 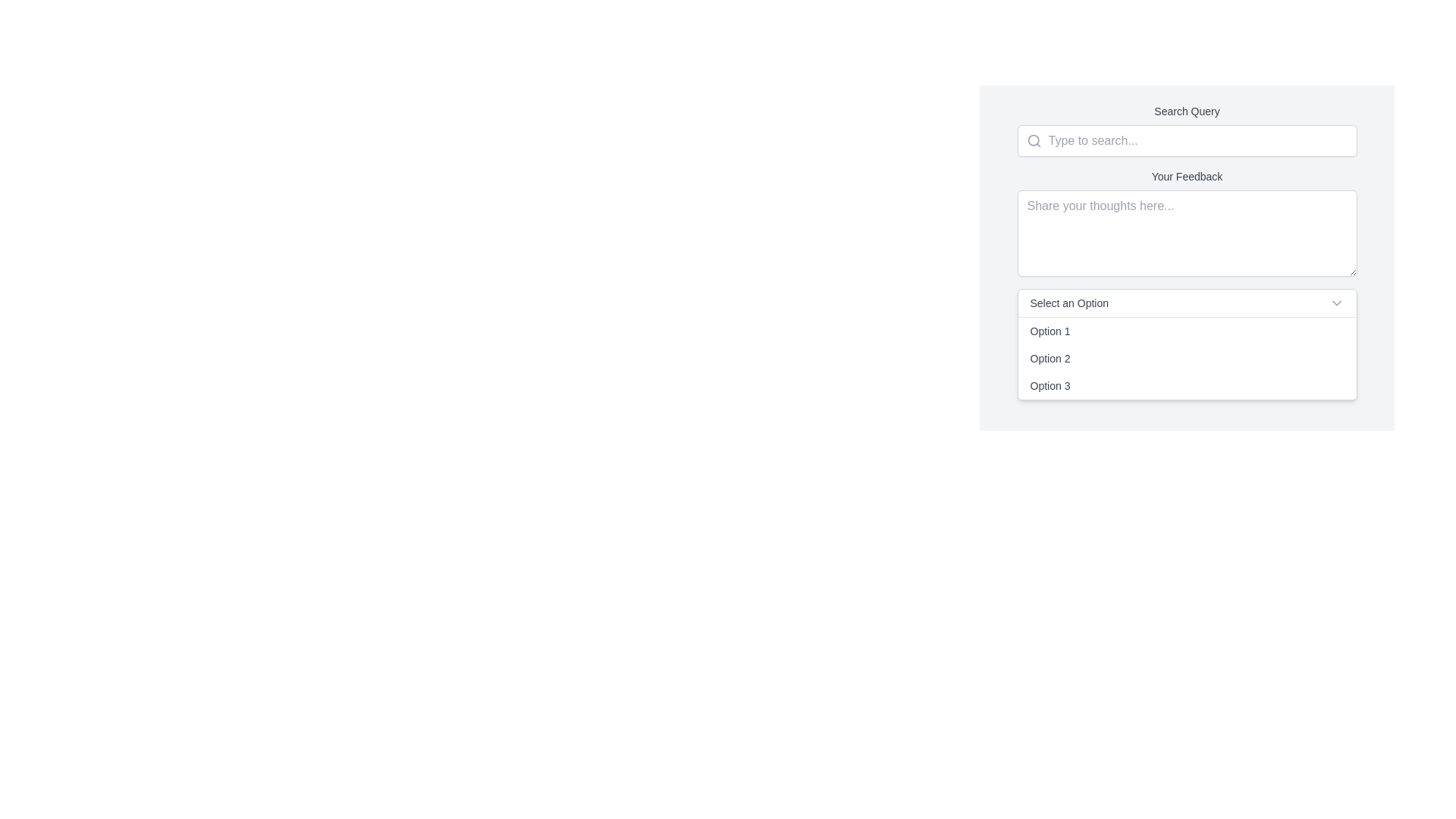 I want to click on the search icon located at the left side of the search text input box, which symbolizes the search functionality and aligns vertically with the placeholder text 'Type to search...', so click(x=1029, y=140).